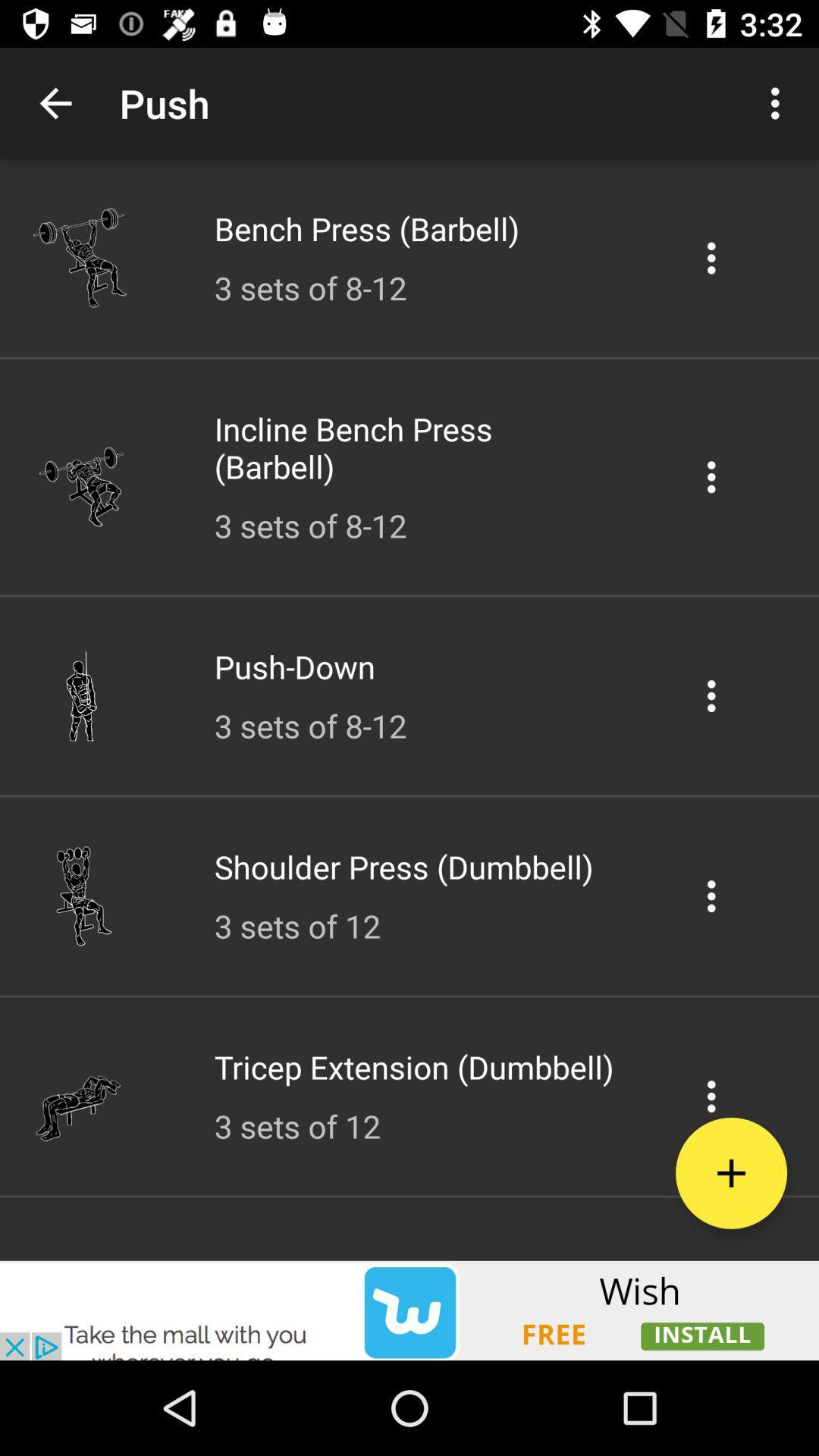 The image size is (819, 1456). I want to click on configuration option, so click(711, 695).